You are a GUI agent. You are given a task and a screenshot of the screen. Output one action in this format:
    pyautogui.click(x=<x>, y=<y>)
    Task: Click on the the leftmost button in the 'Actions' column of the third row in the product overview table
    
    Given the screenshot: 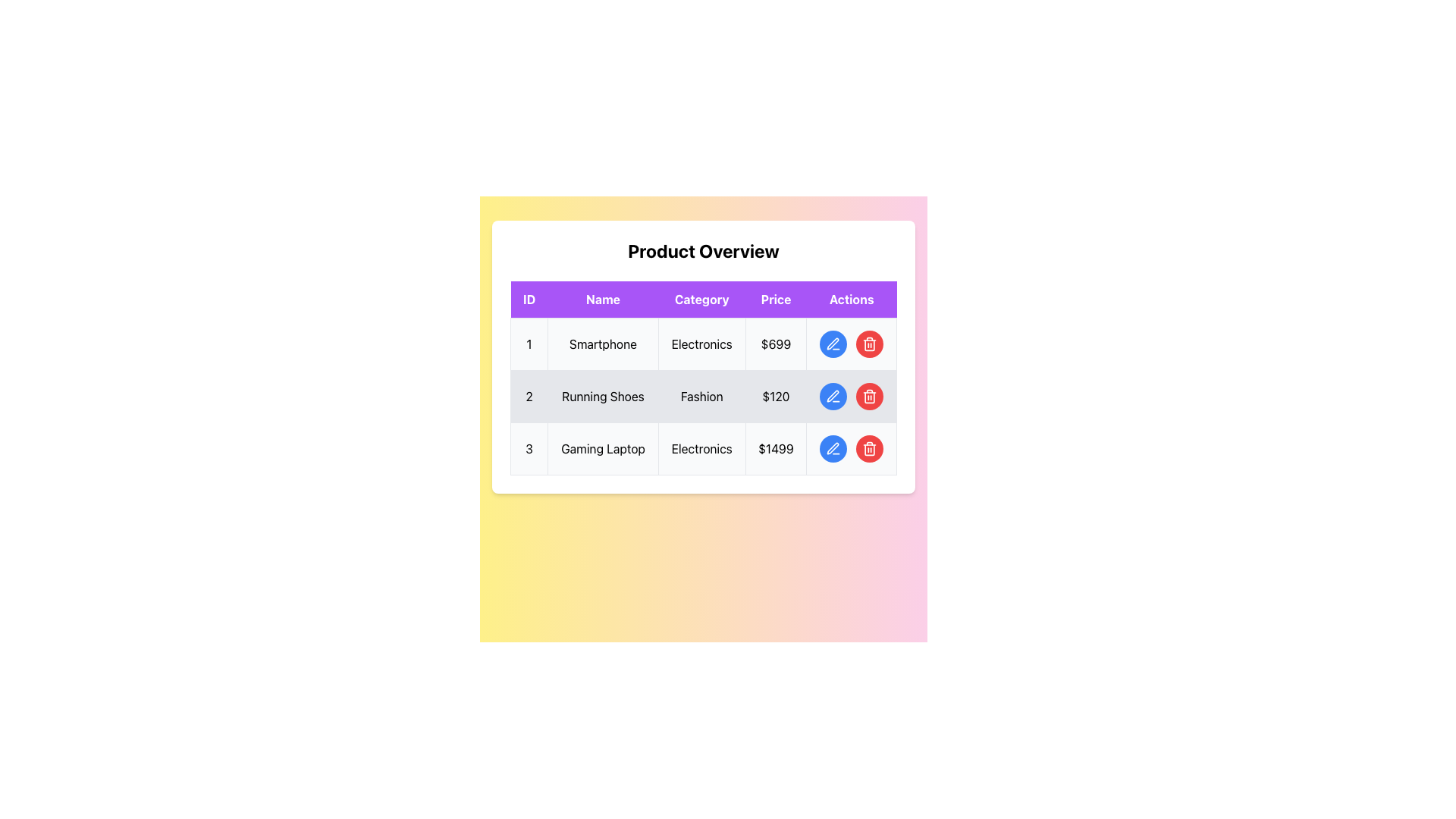 What is the action you would take?
    pyautogui.click(x=833, y=447)
    